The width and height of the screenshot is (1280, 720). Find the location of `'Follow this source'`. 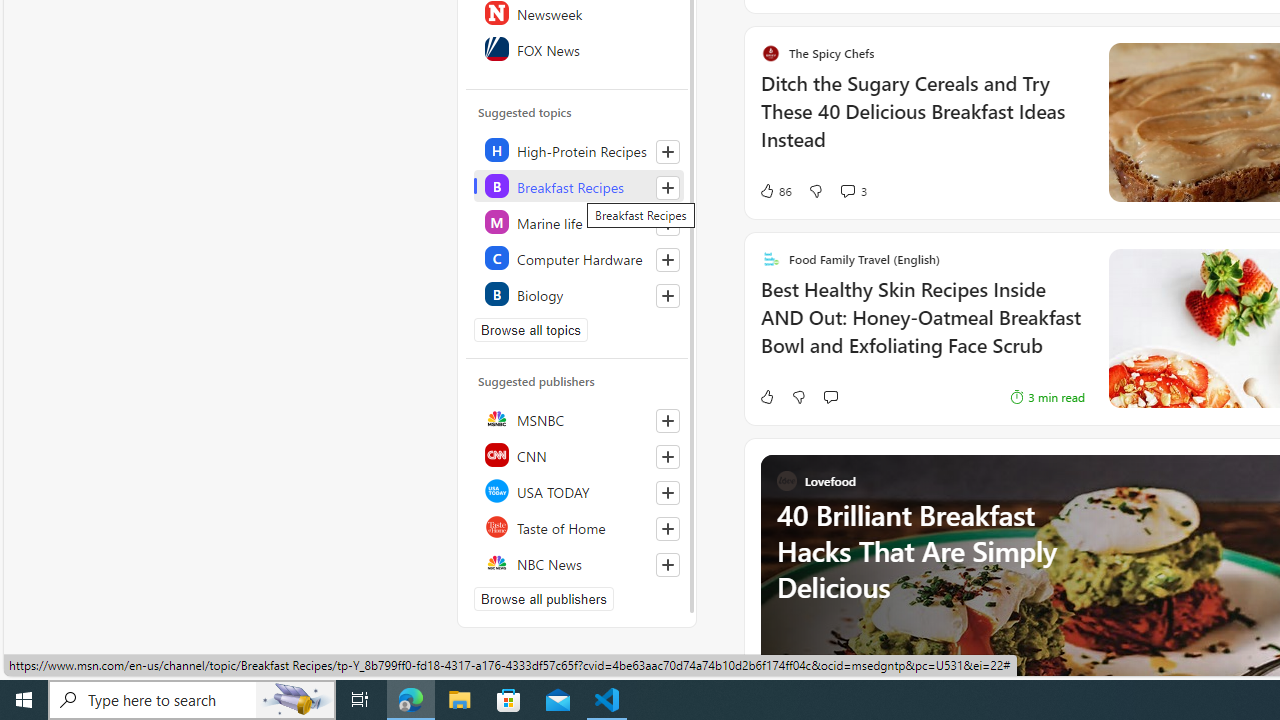

'Follow this source' is located at coordinates (668, 564).